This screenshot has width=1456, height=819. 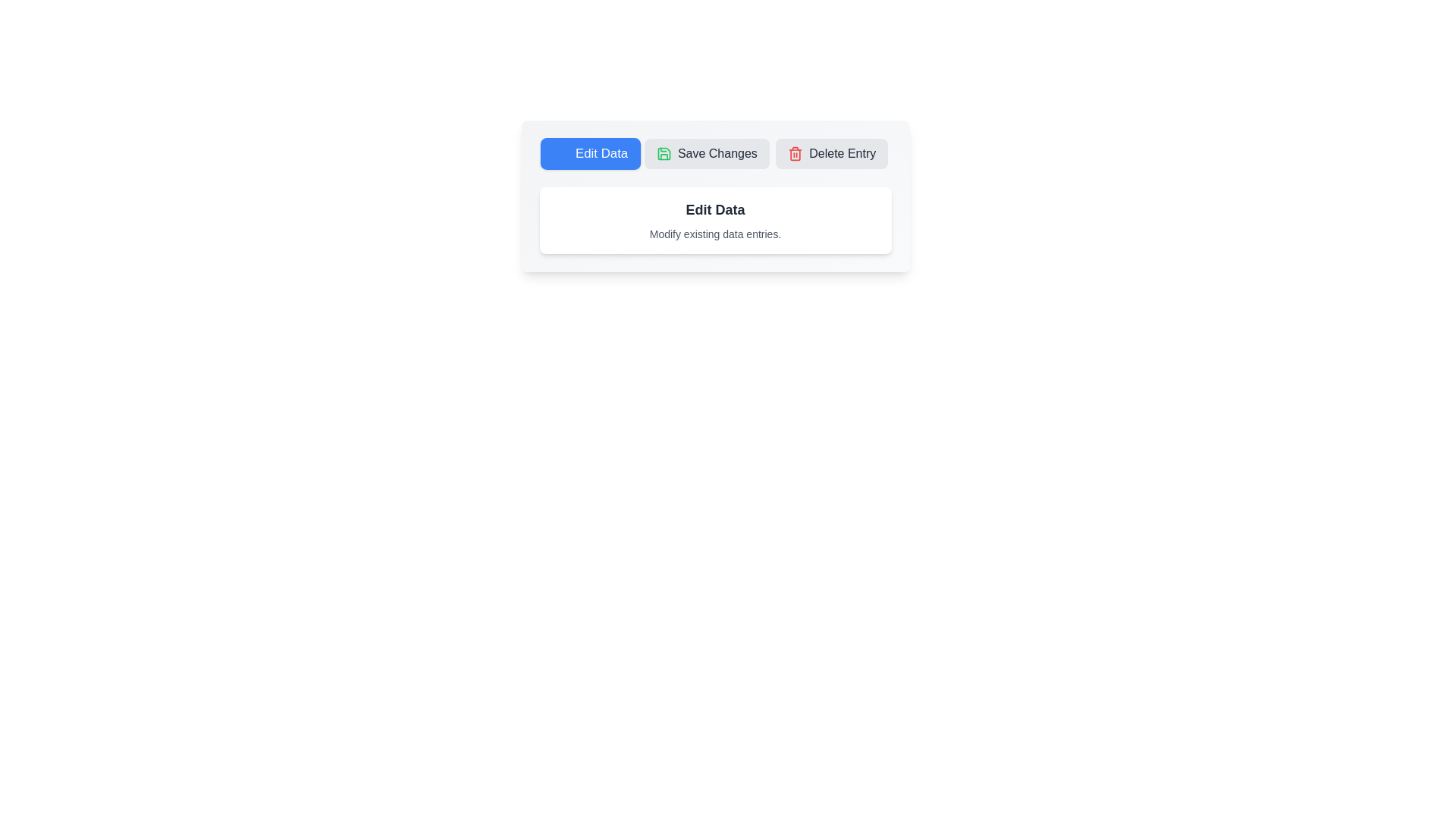 What do you see at coordinates (831, 154) in the screenshot?
I see `the 'Delete Entry' tab to activate its functionality` at bounding box center [831, 154].